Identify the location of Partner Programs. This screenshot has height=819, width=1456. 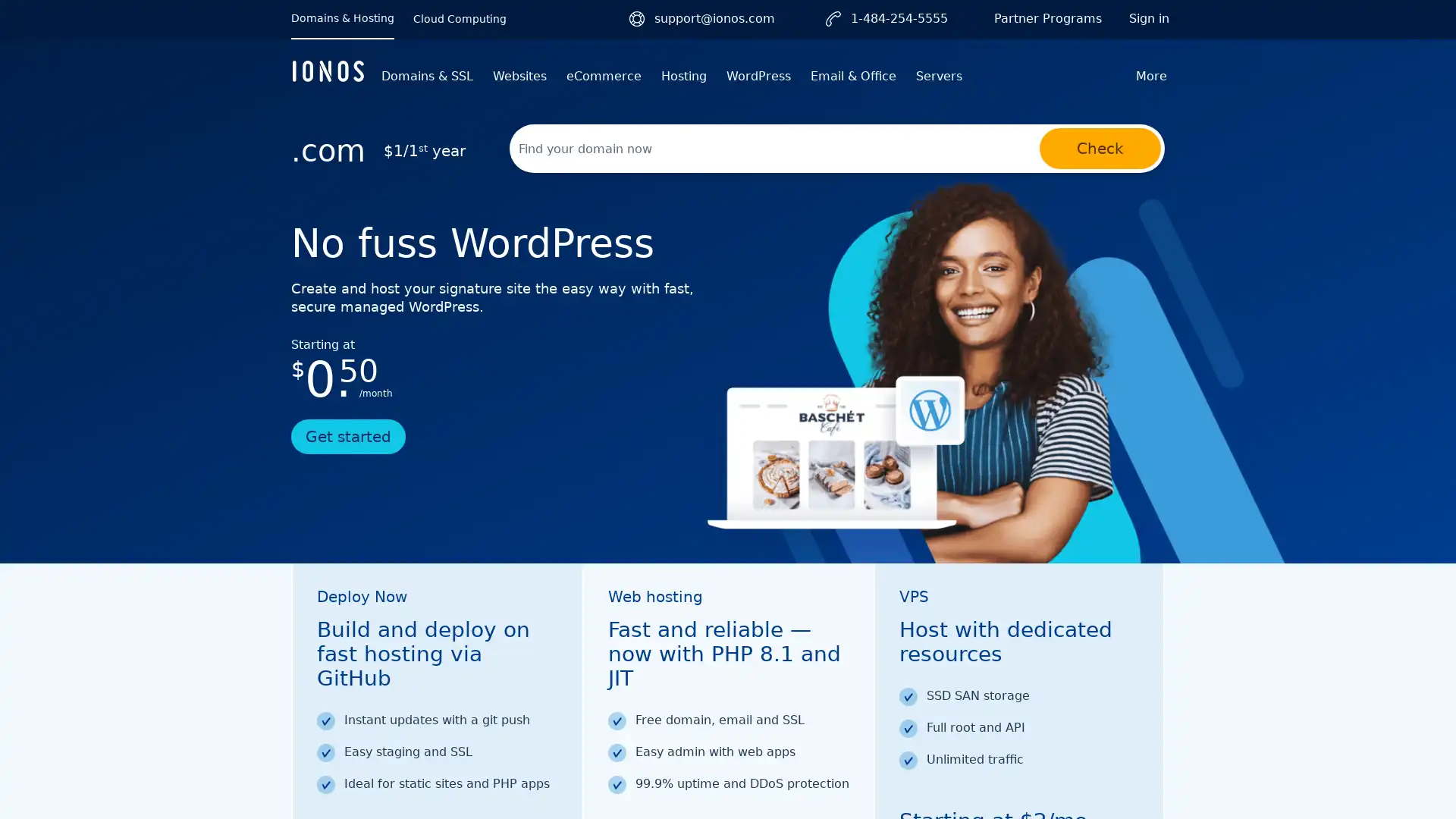
(1047, 18).